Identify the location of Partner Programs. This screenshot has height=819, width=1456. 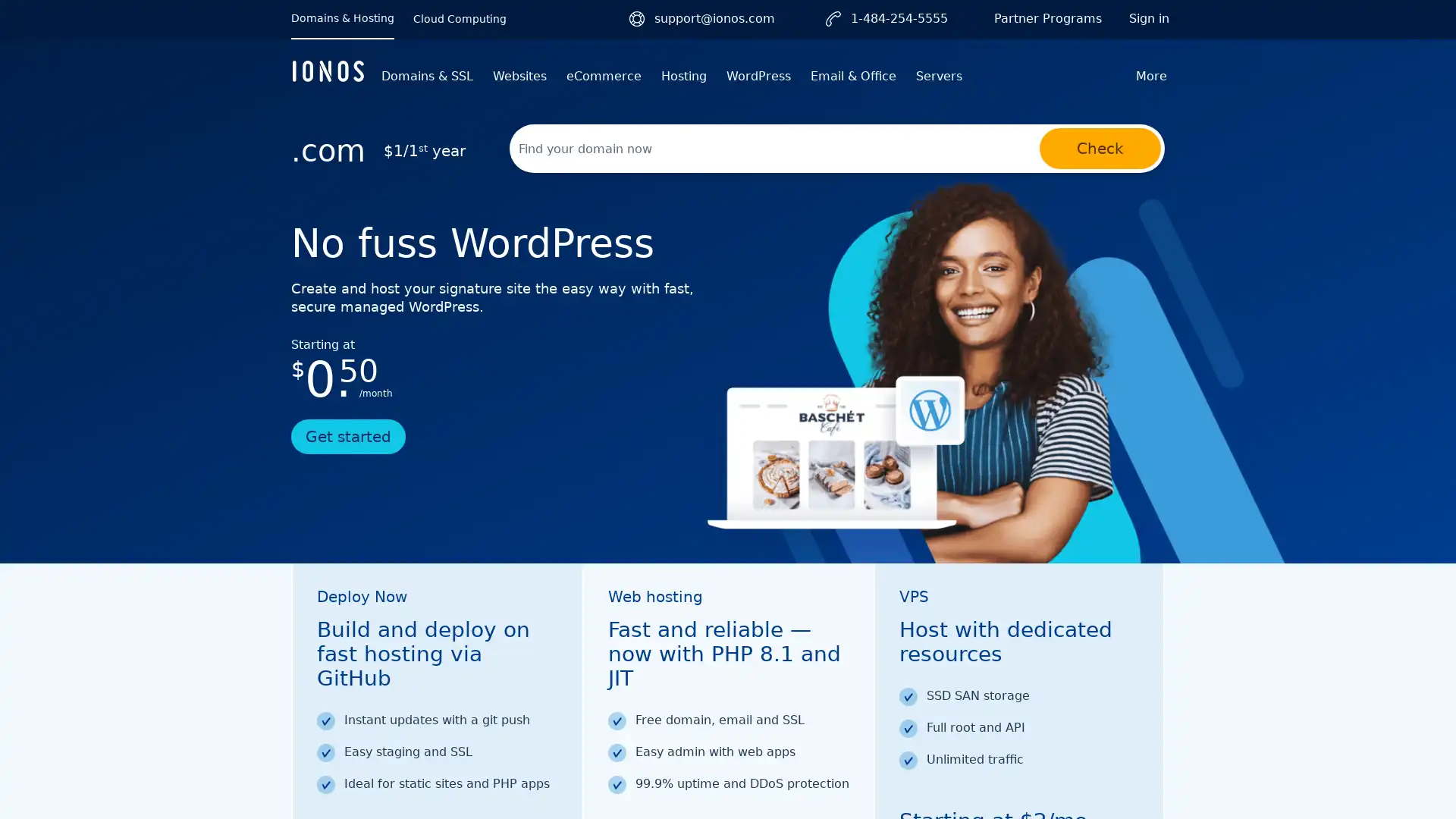
(1047, 18).